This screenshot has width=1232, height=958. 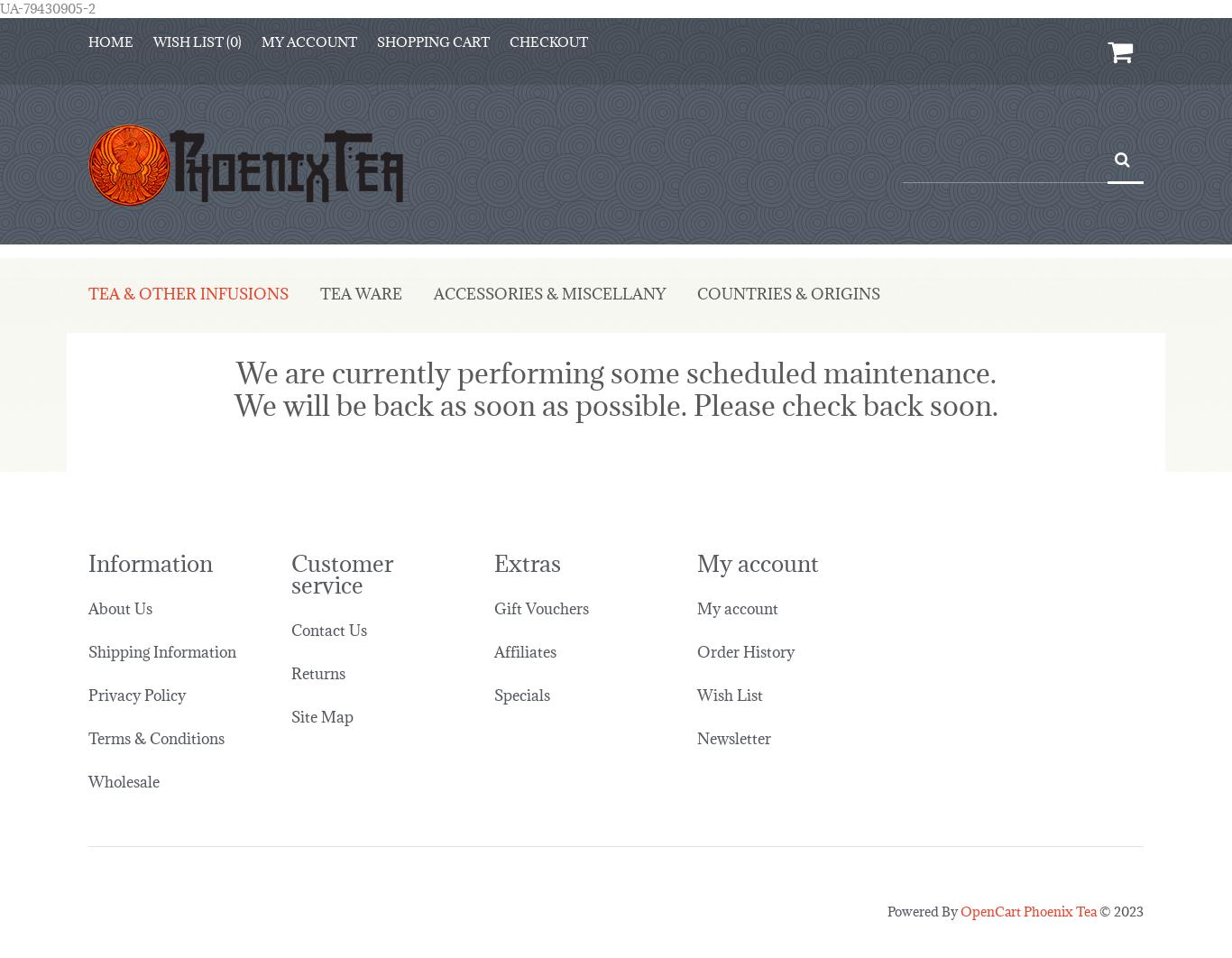 What do you see at coordinates (540, 594) in the screenshot?
I see `'Gift Vouchers'` at bounding box center [540, 594].